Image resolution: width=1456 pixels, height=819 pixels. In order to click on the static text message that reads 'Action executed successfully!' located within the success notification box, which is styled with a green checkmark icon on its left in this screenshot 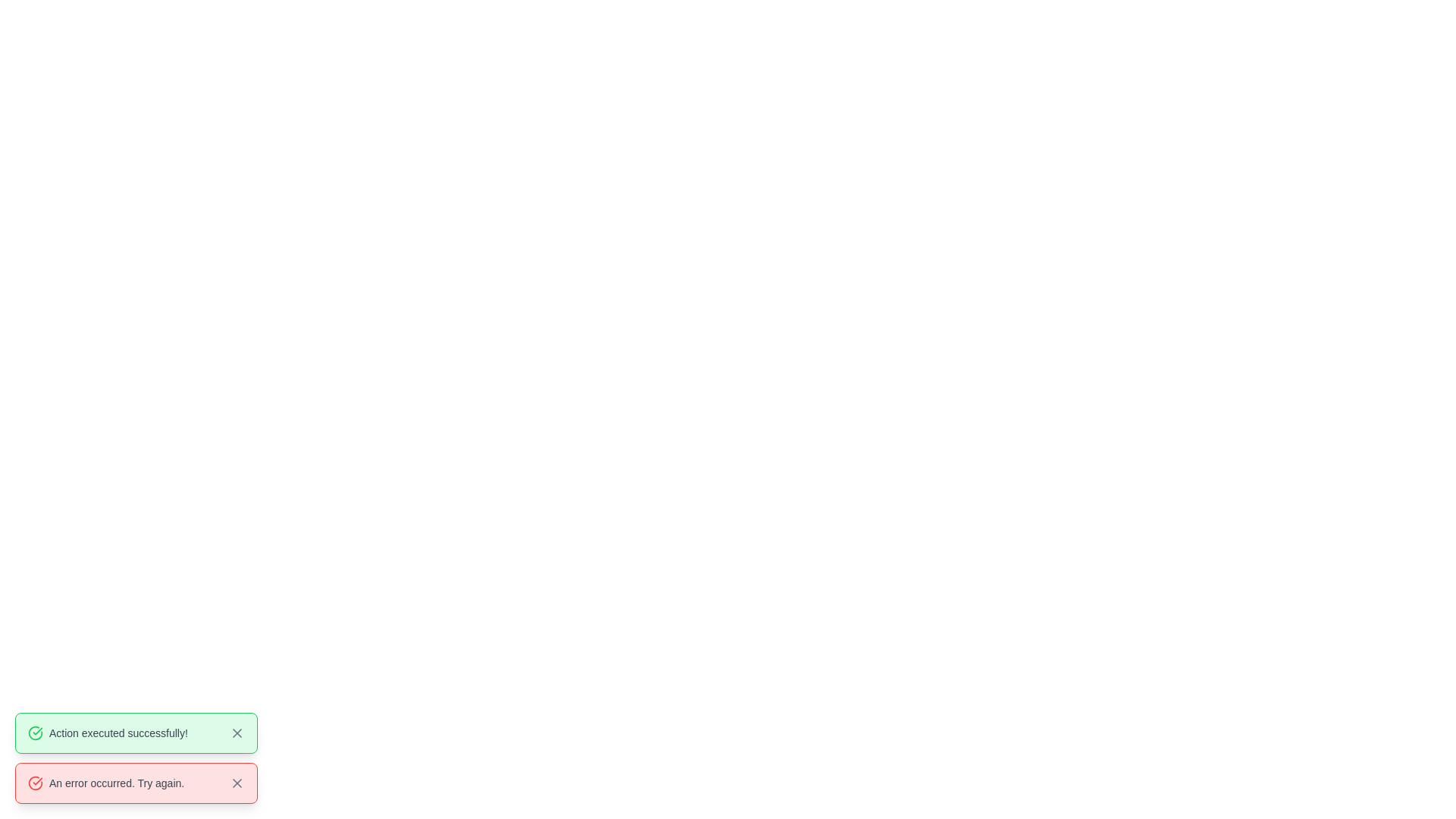, I will do `click(107, 733)`.